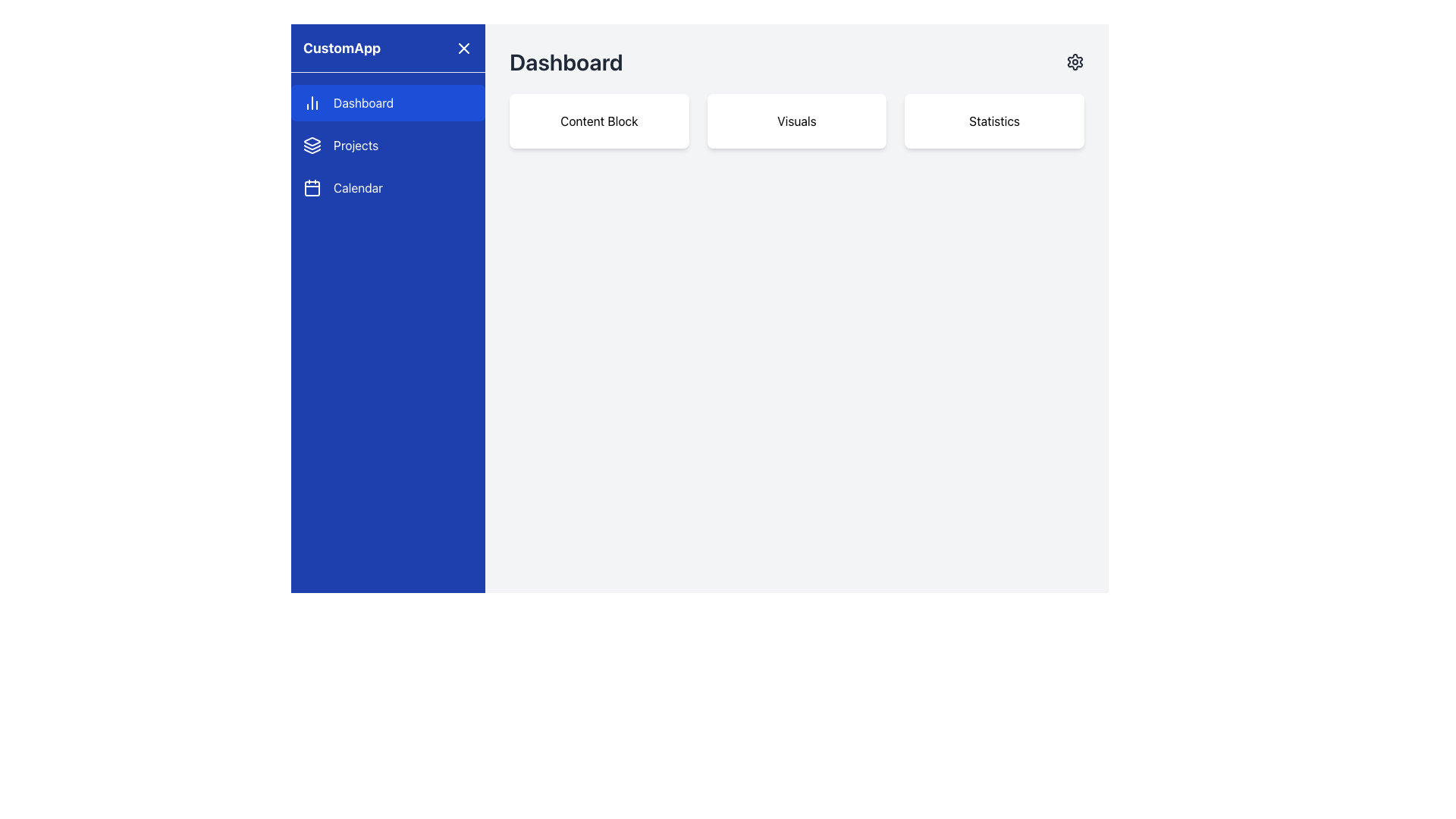  What do you see at coordinates (388, 102) in the screenshot?
I see `the blue 'Dashboard' button located at the top of the left side navigation bar` at bounding box center [388, 102].